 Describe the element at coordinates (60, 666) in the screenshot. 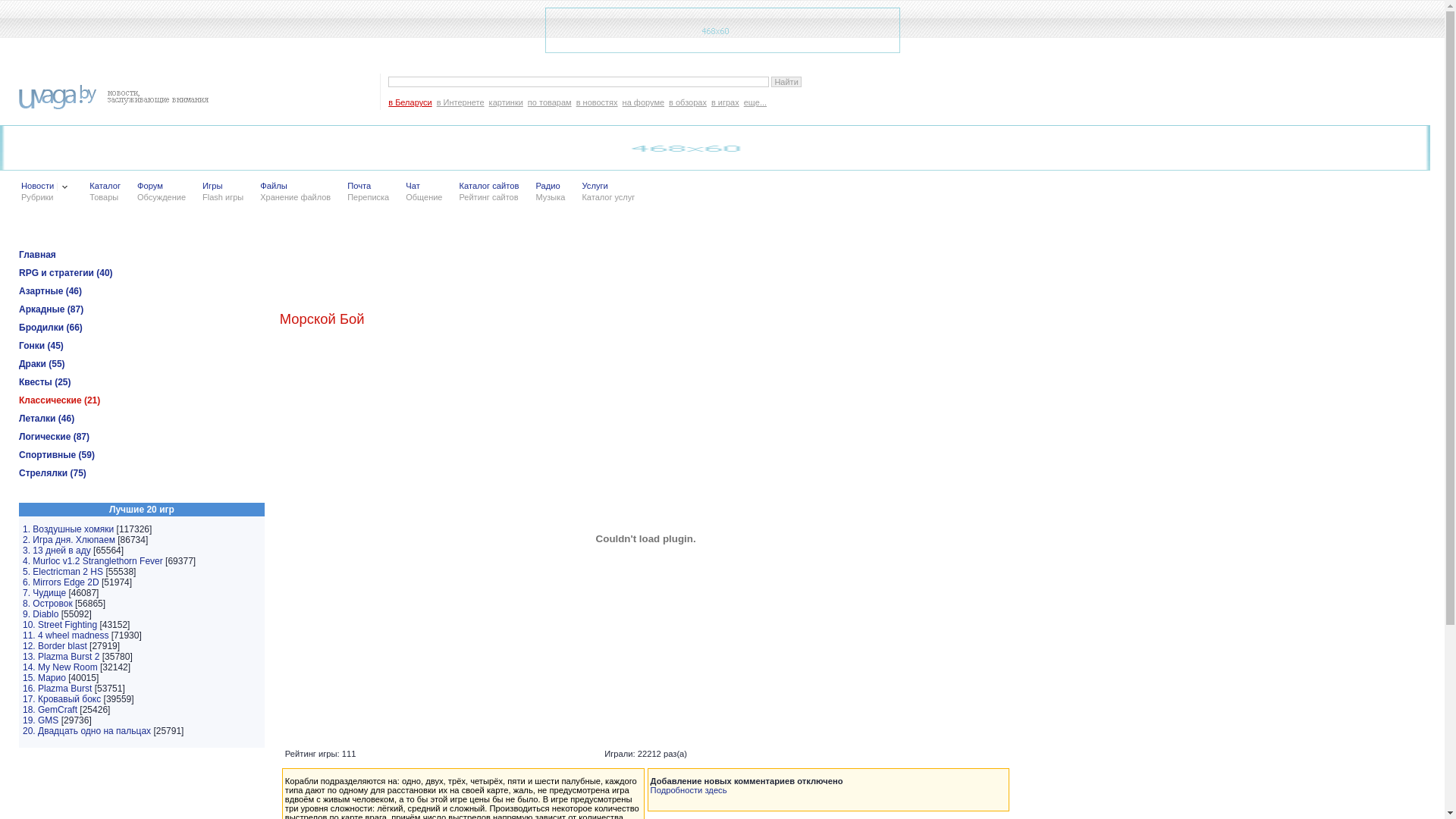

I see `'14. My New Room'` at that location.